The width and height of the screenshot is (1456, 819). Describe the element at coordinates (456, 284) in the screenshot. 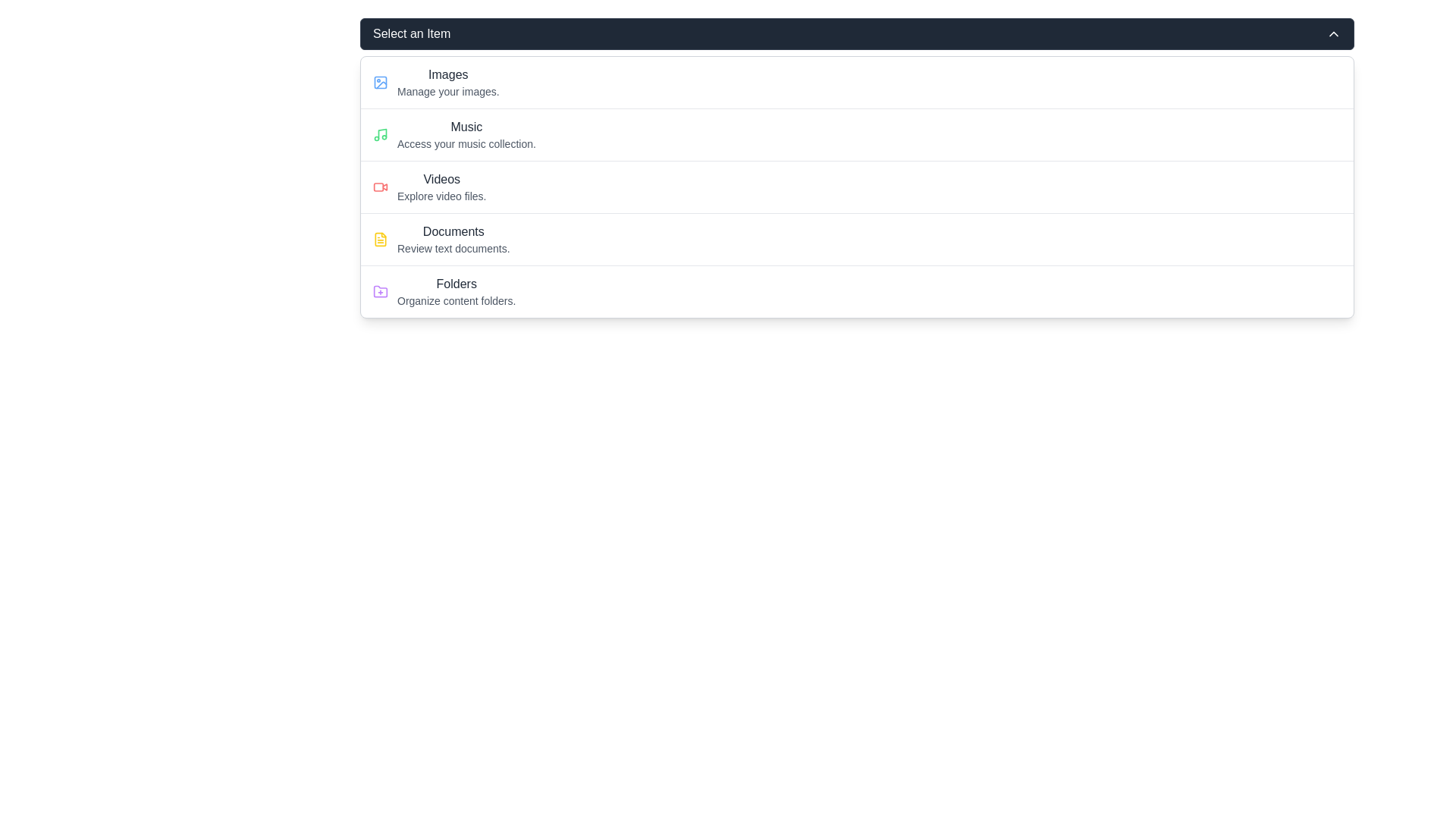

I see `text label that says 'Folders', which is the fifth item in the dropdown menu and is styled professionally in dark gray above the descriptive text 'Organize content folders.'` at that location.